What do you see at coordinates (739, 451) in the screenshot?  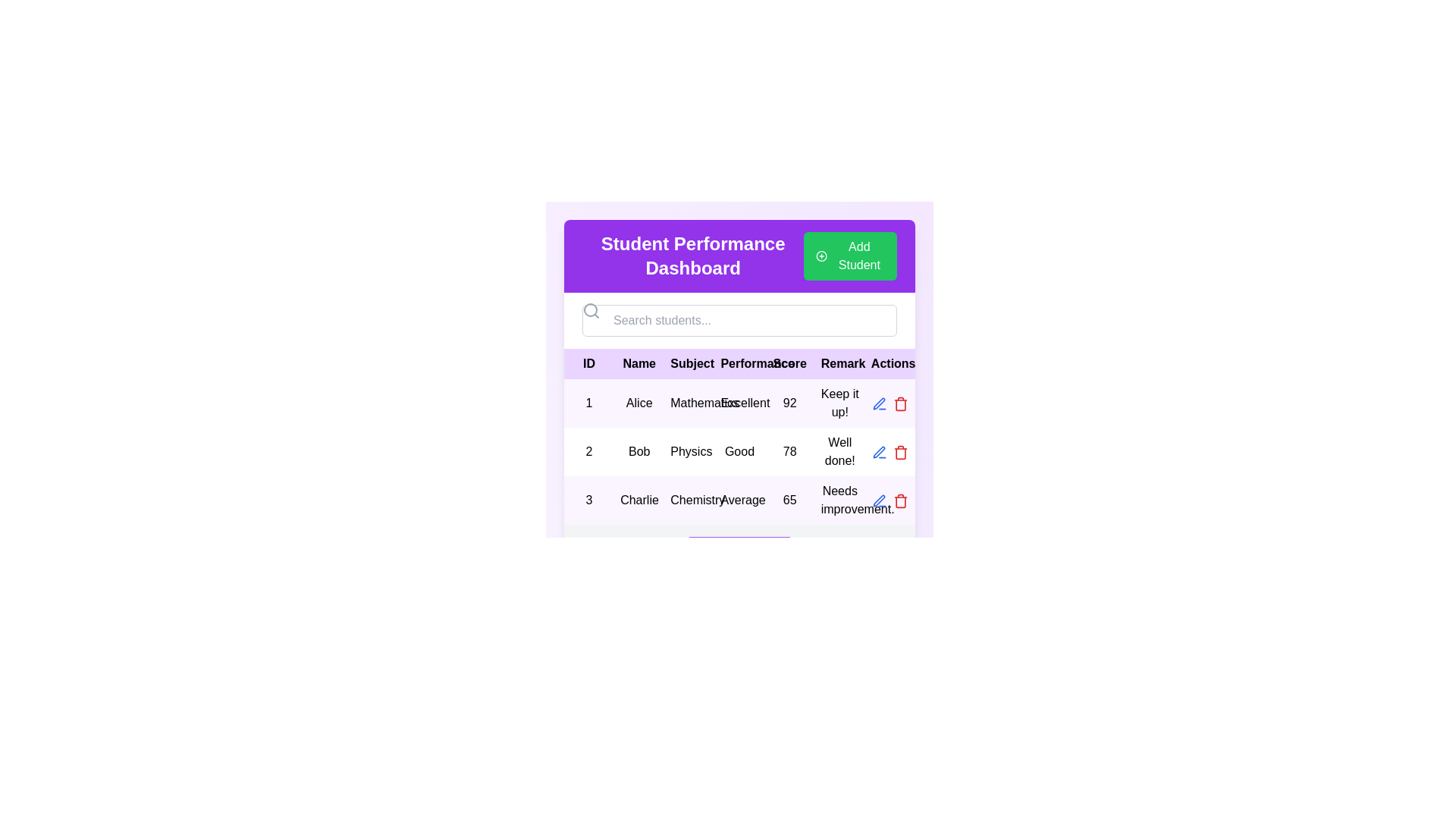 I see `static text label displaying 'Good' located in the second row of the table under the 'Performance' column, positioned between 'Physics' and '78'` at bounding box center [739, 451].